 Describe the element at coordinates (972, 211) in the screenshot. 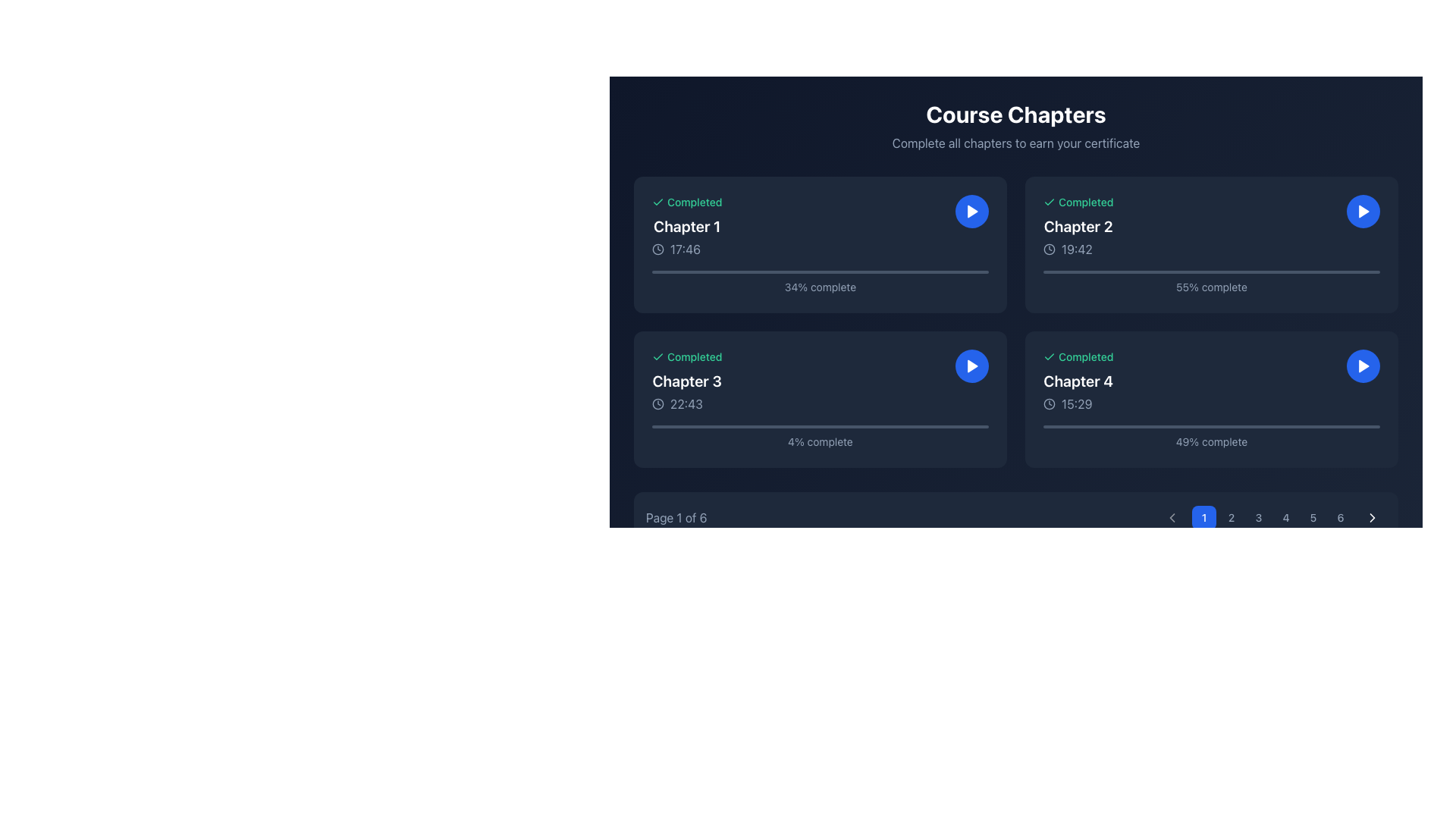

I see `the Play icon button located in the first chapter card at the top-left corner of the list` at that location.